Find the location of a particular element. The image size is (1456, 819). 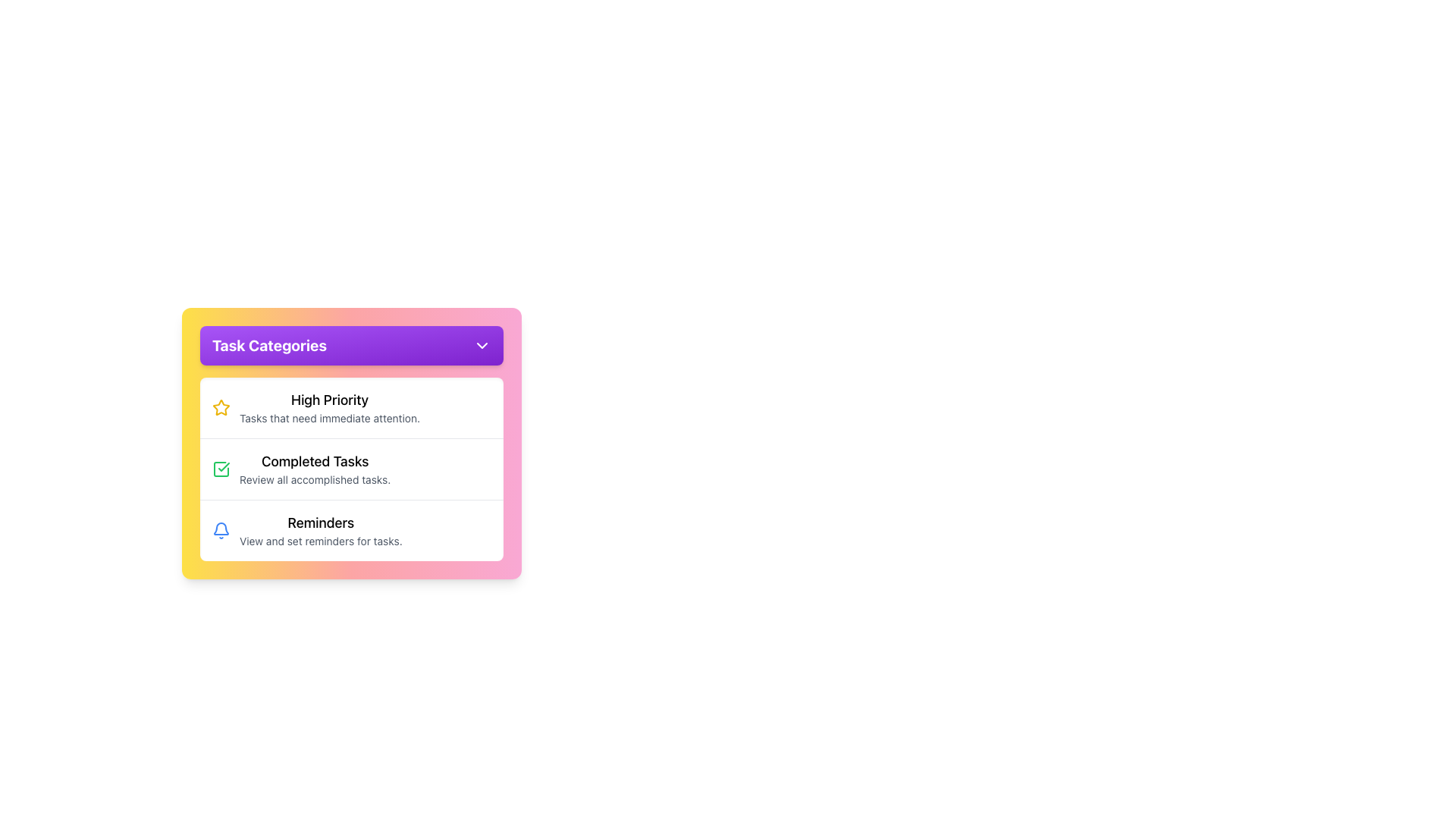

the 'Completed Tasks' text label is located at coordinates (314, 461).